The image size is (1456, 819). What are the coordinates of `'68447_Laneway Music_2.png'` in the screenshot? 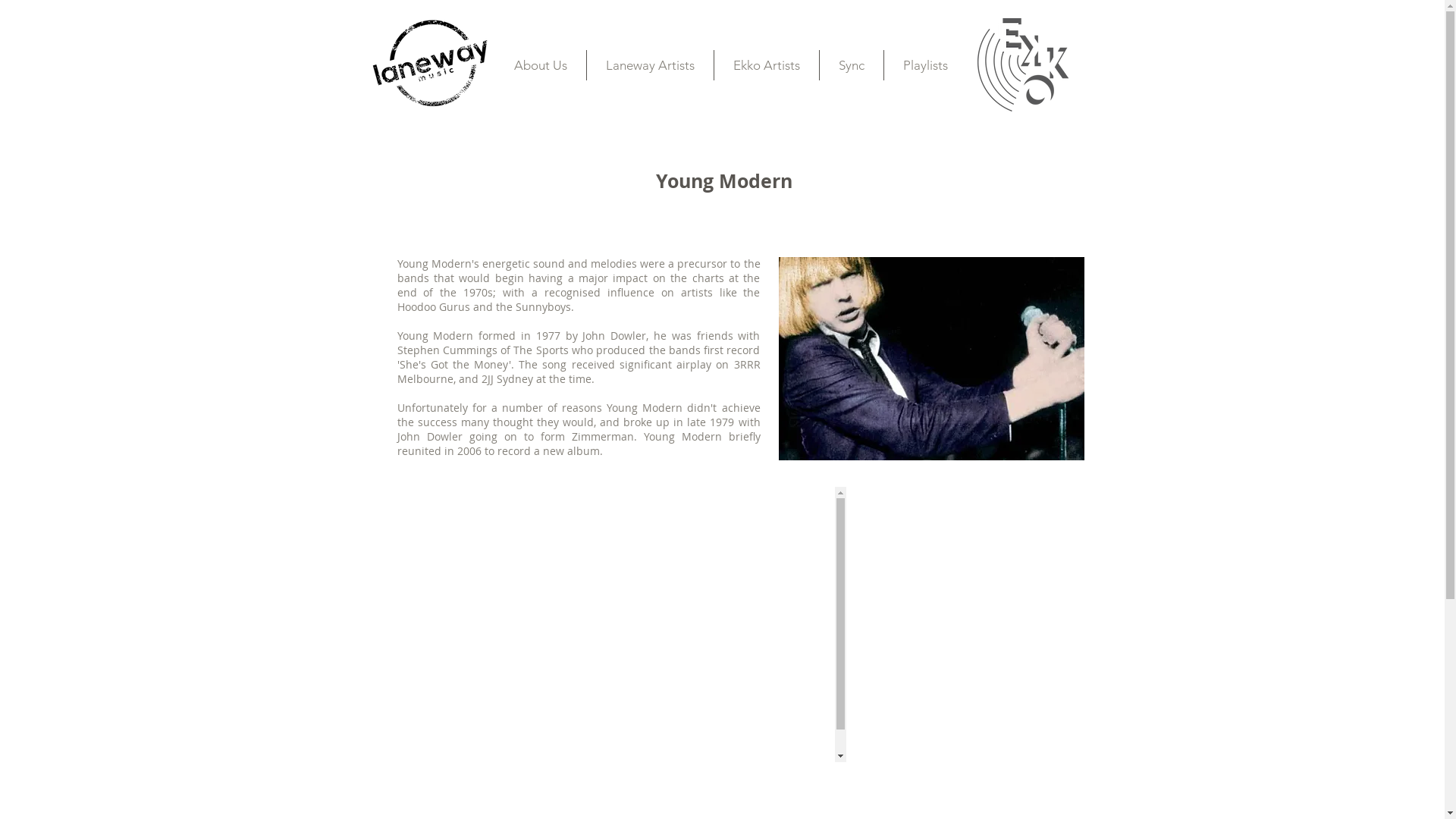 It's located at (428, 61).